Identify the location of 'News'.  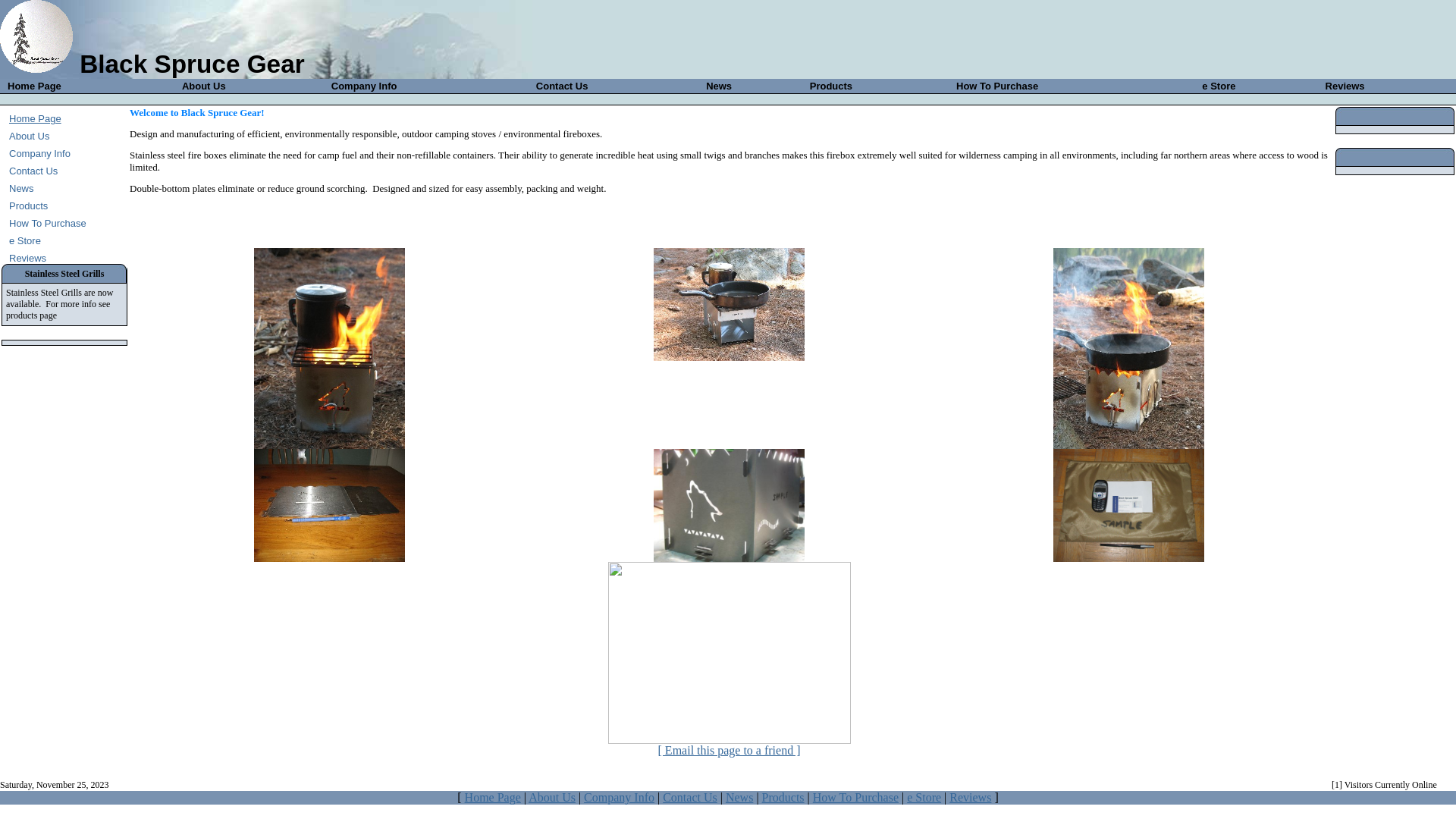
(21, 187).